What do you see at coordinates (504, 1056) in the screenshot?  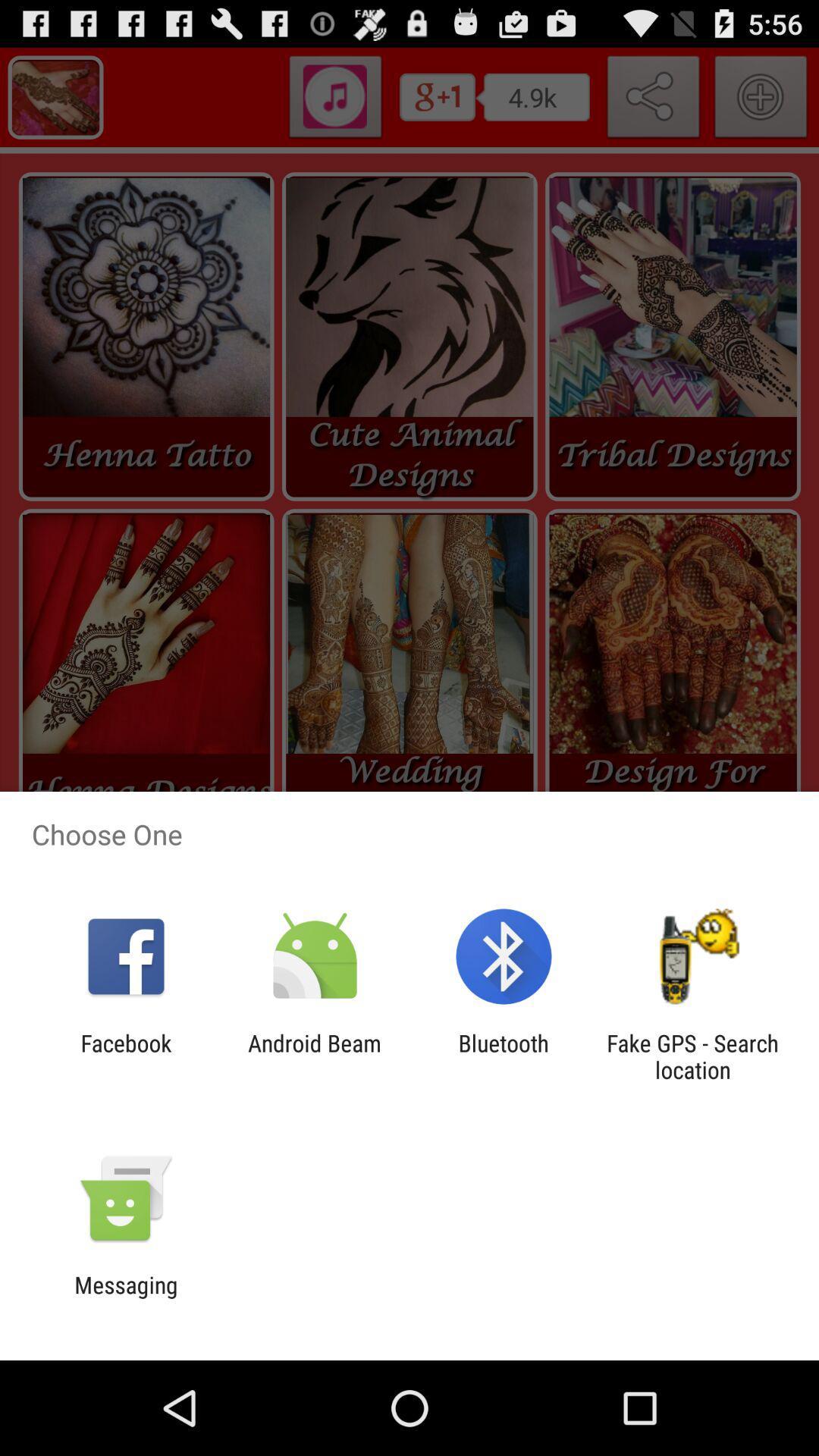 I see `the app to the right of android beam` at bounding box center [504, 1056].